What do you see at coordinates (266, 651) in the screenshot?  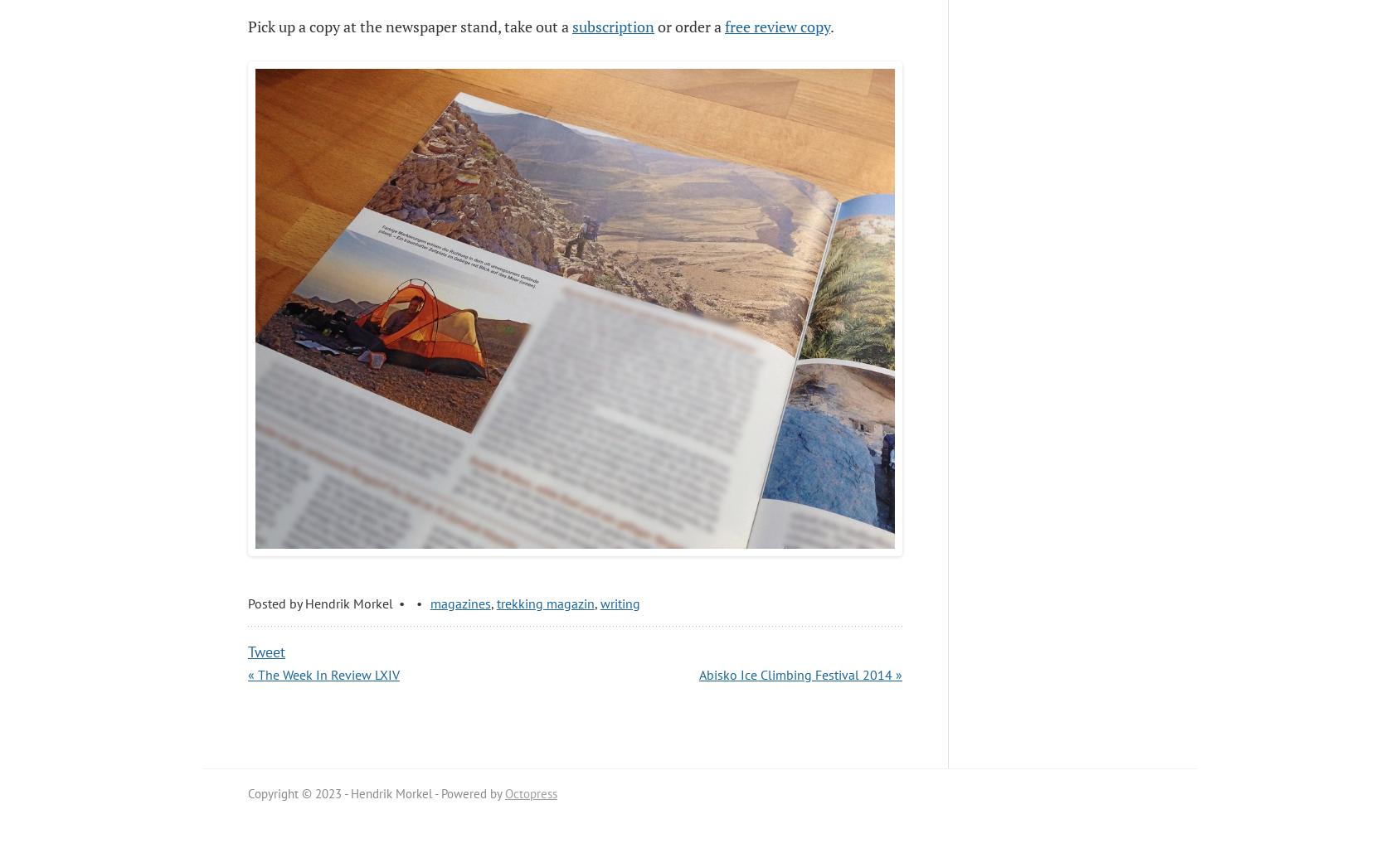 I see `'Tweet'` at bounding box center [266, 651].